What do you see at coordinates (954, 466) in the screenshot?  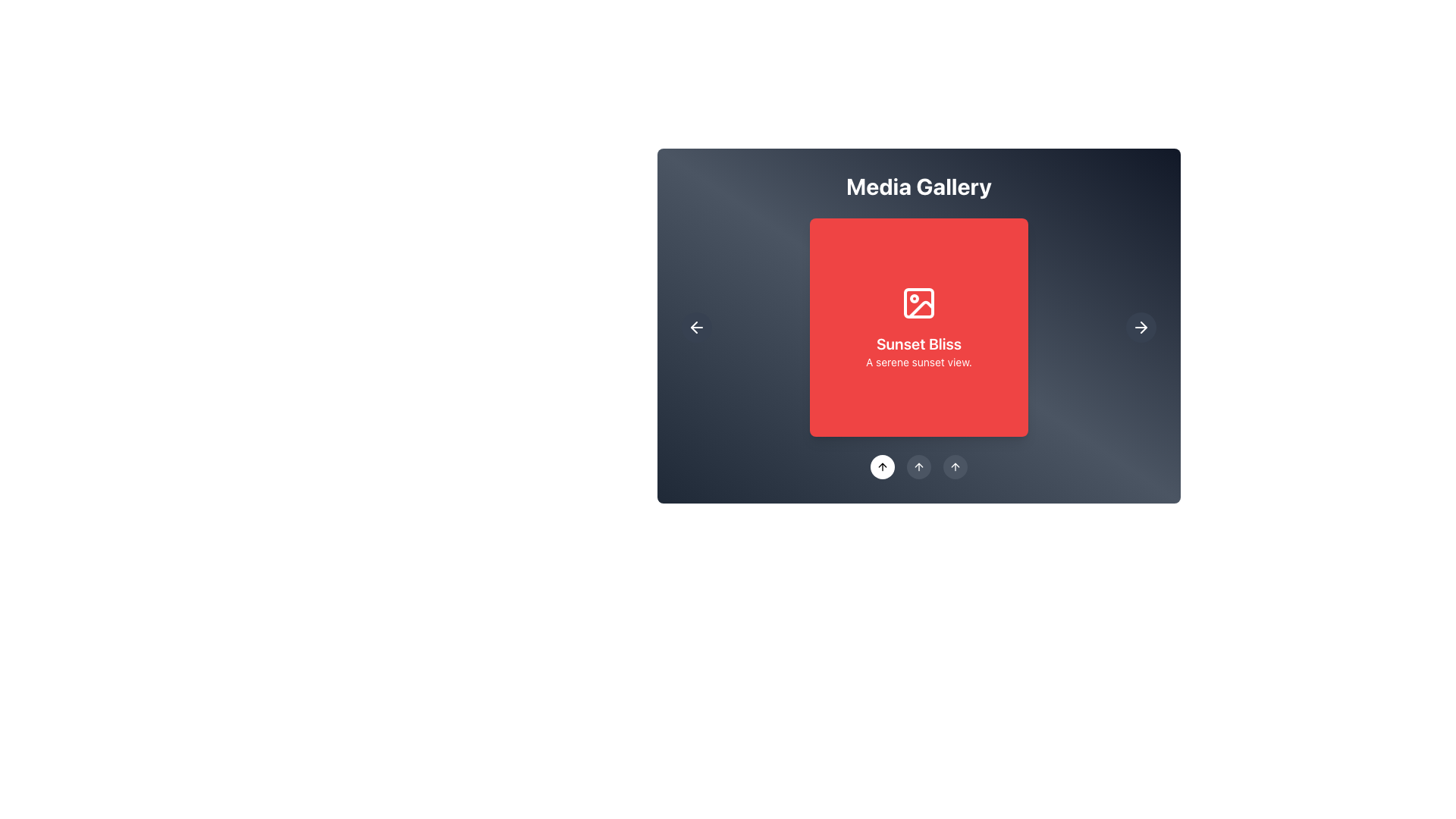 I see `the third circular button located centrally at the bottom of the red card` at bounding box center [954, 466].